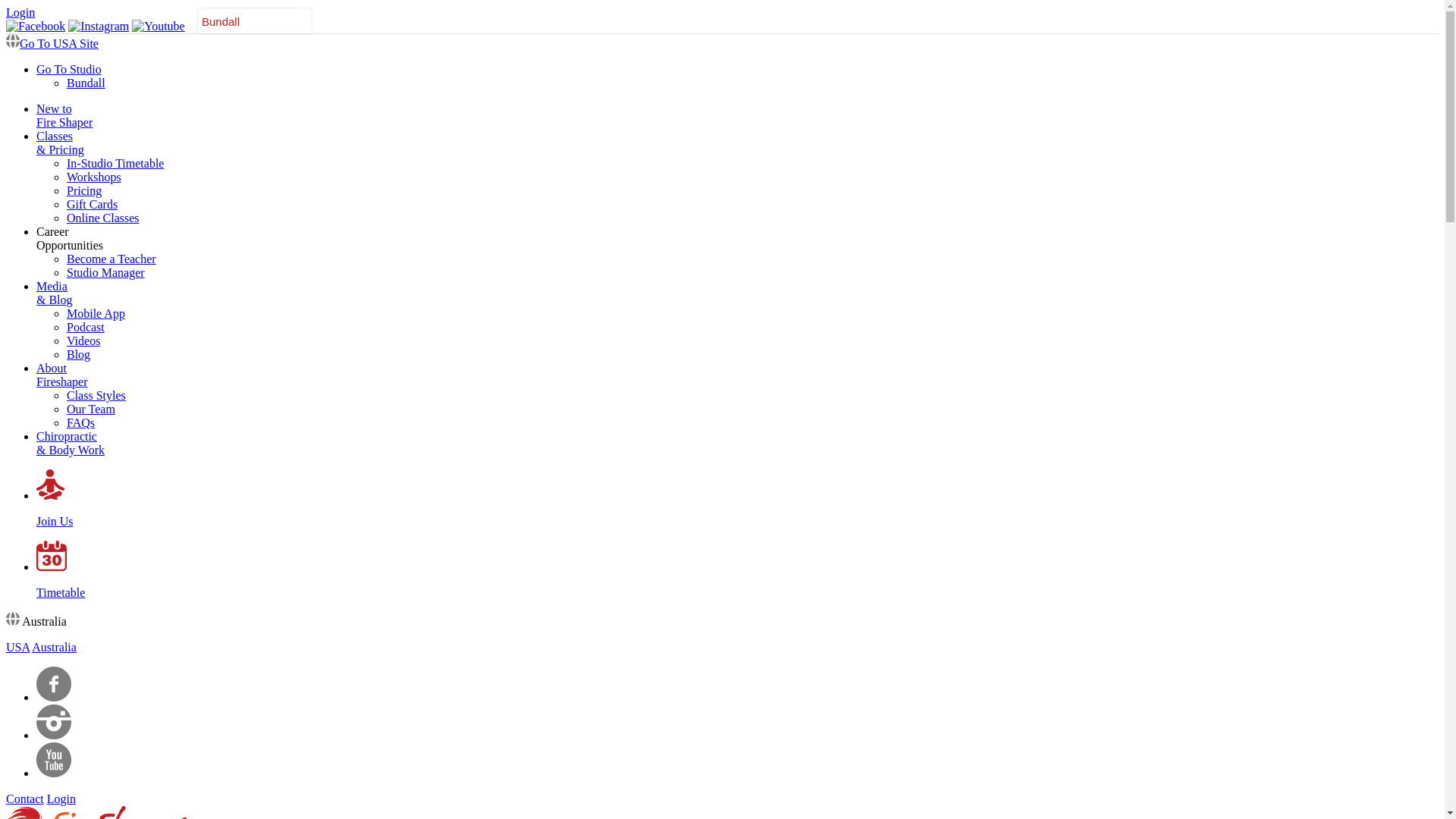  Describe the element at coordinates (95, 394) in the screenshot. I see `'Class Styles'` at that location.